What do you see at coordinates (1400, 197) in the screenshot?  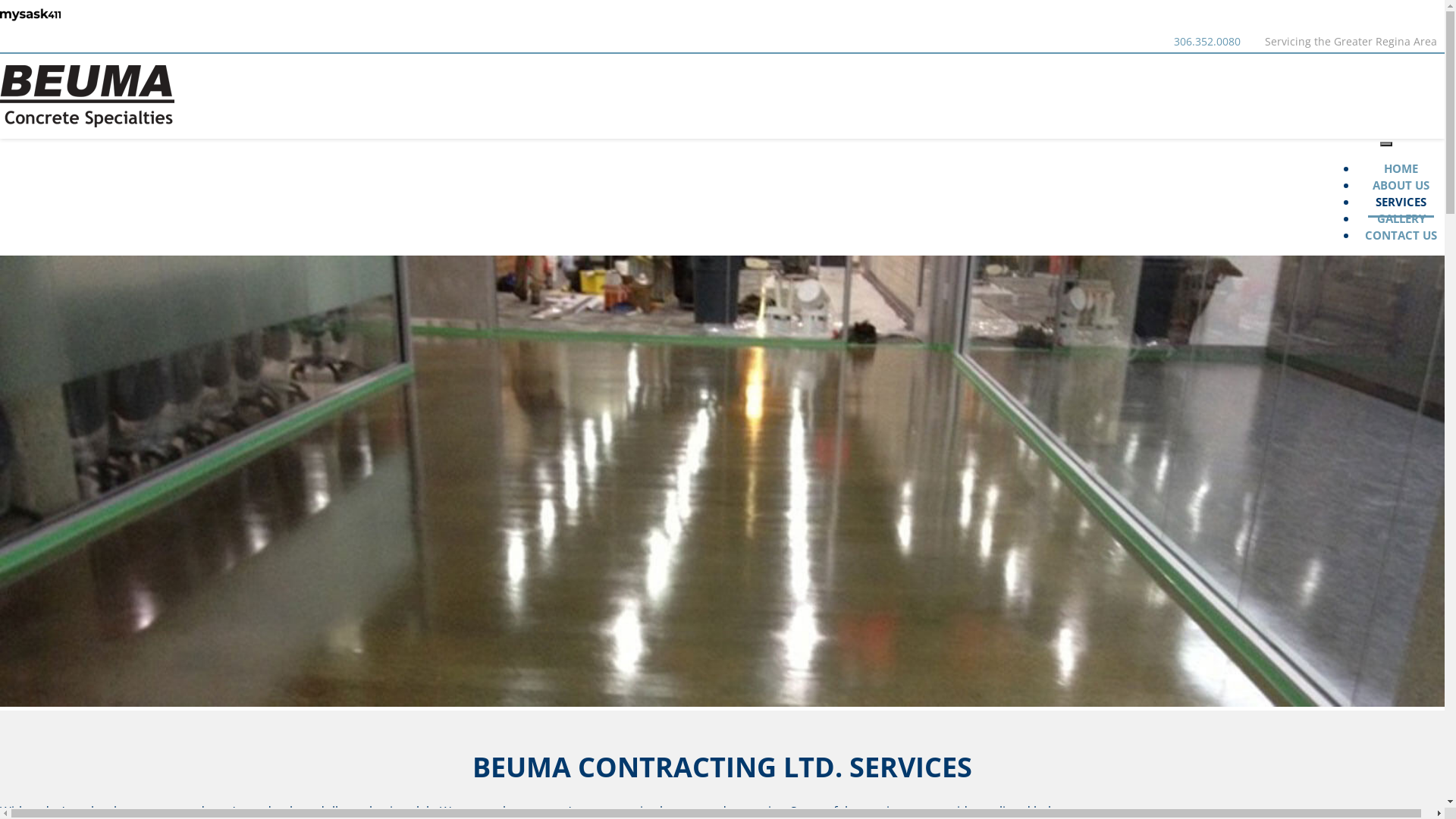 I see `'SERVICES'` at bounding box center [1400, 197].